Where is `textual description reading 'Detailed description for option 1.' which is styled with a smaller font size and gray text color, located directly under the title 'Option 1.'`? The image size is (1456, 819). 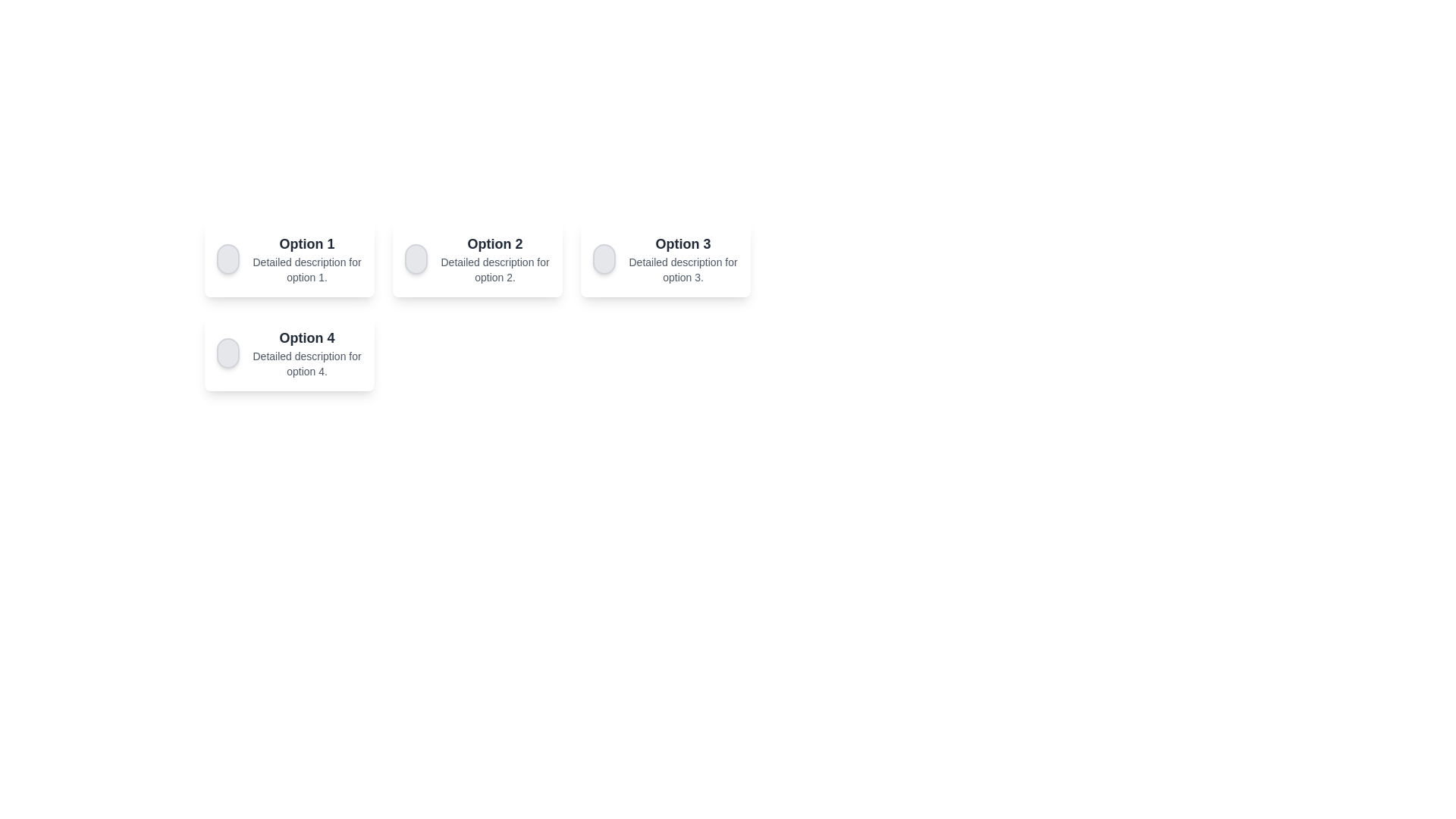
textual description reading 'Detailed description for option 1.' which is styled with a smaller font size and gray text color, located directly under the title 'Option 1.' is located at coordinates (306, 268).